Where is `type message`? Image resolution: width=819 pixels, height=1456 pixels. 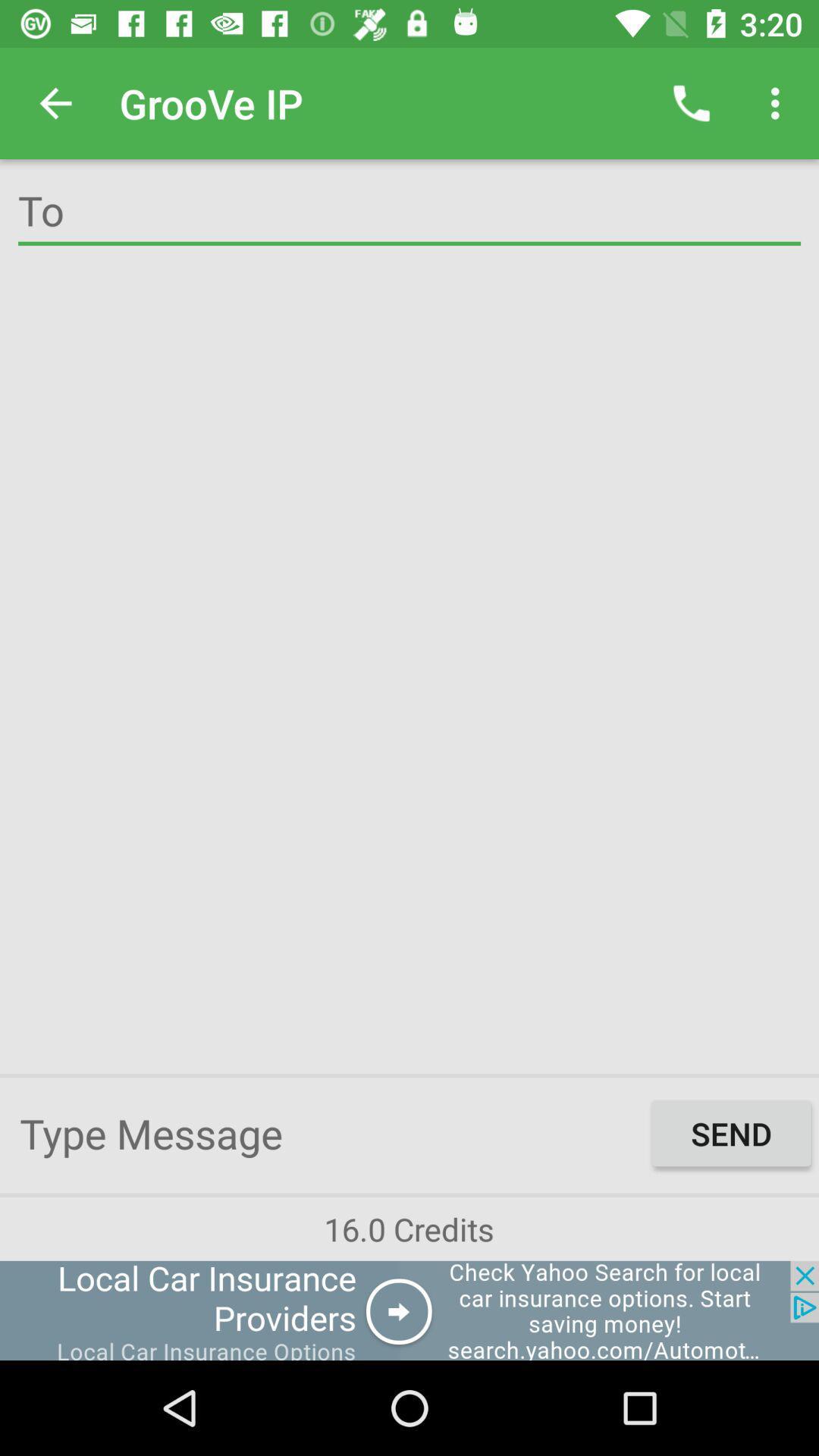 type message is located at coordinates (331, 1133).